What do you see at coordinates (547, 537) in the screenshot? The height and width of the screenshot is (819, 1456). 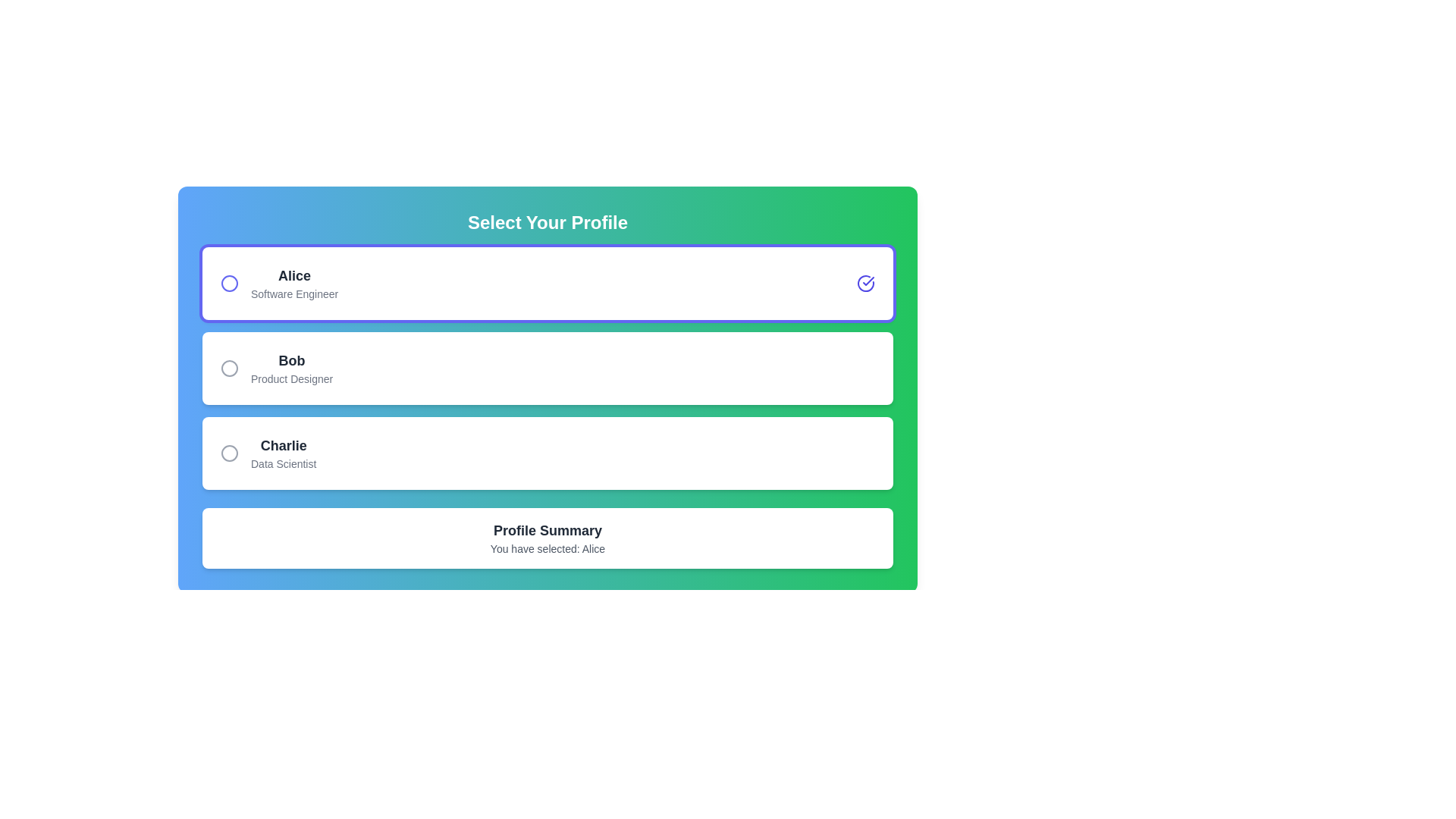 I see `the Informational Card displaying 'Profile Summary' and 'You have selected: Alice', located at the bottom of the profile selection section` at bounding box center [547, 537].